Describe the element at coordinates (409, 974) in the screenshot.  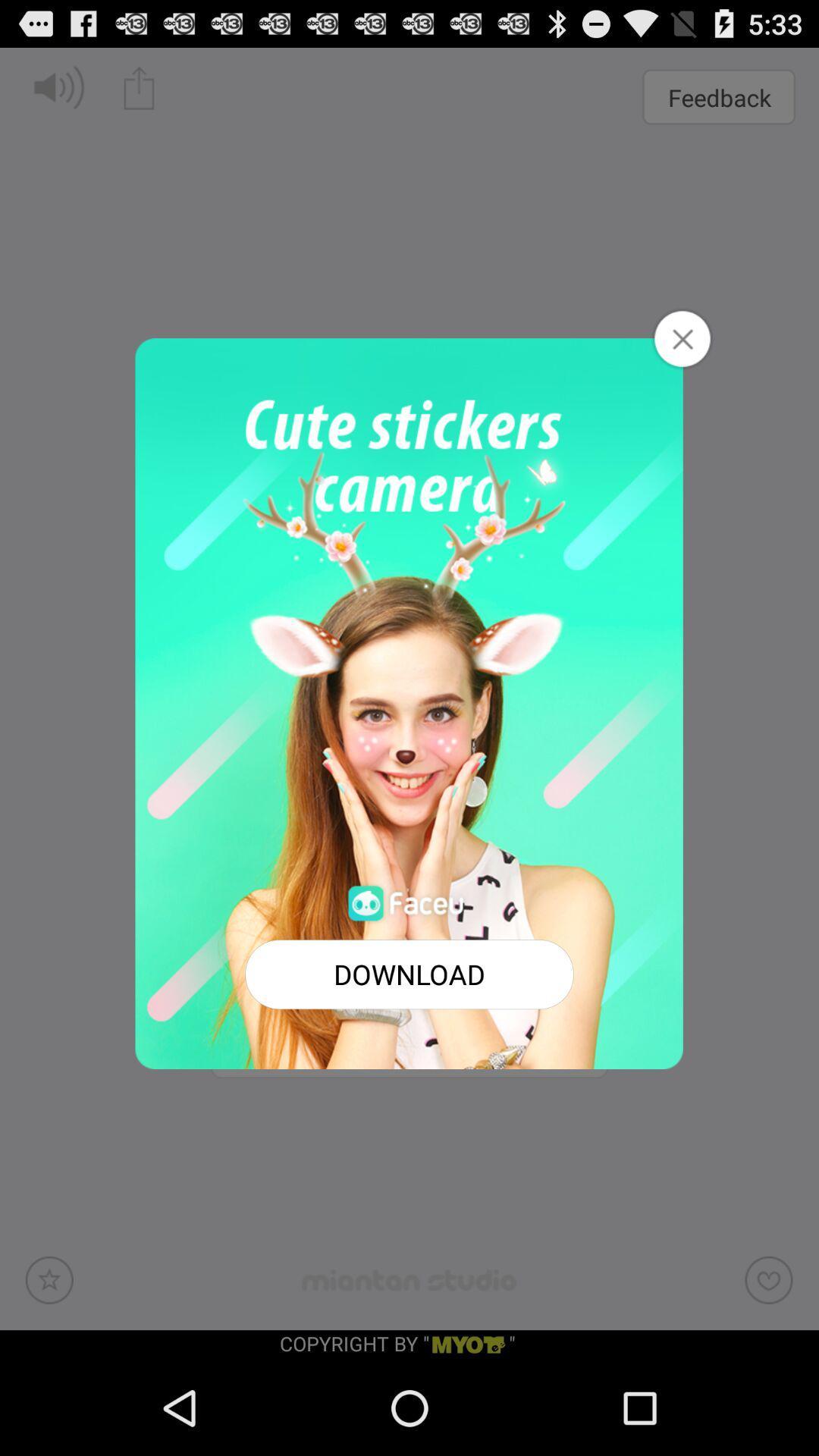
I see `download item` at that location.